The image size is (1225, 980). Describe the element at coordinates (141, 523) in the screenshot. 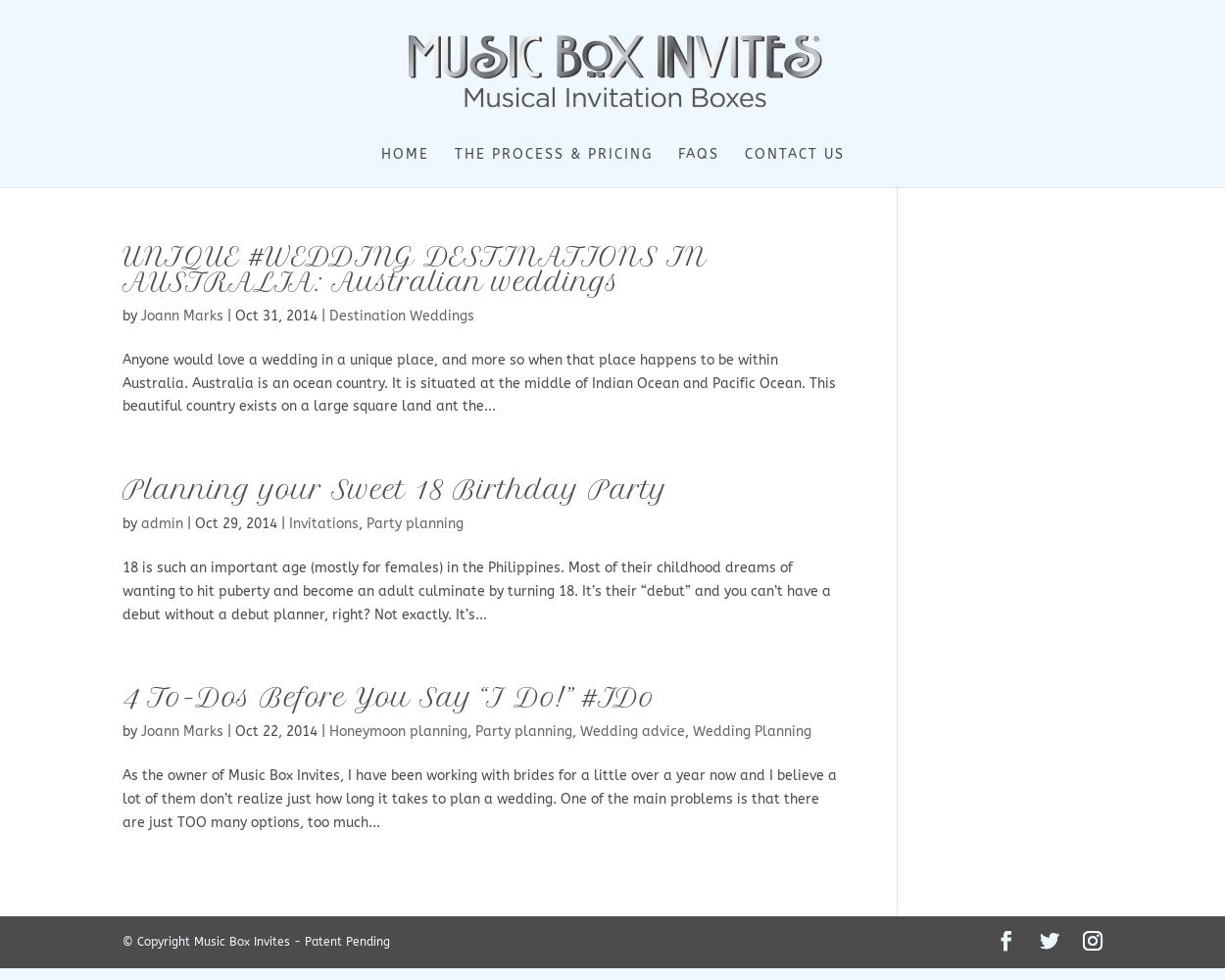

I see `'admin'` at that location.